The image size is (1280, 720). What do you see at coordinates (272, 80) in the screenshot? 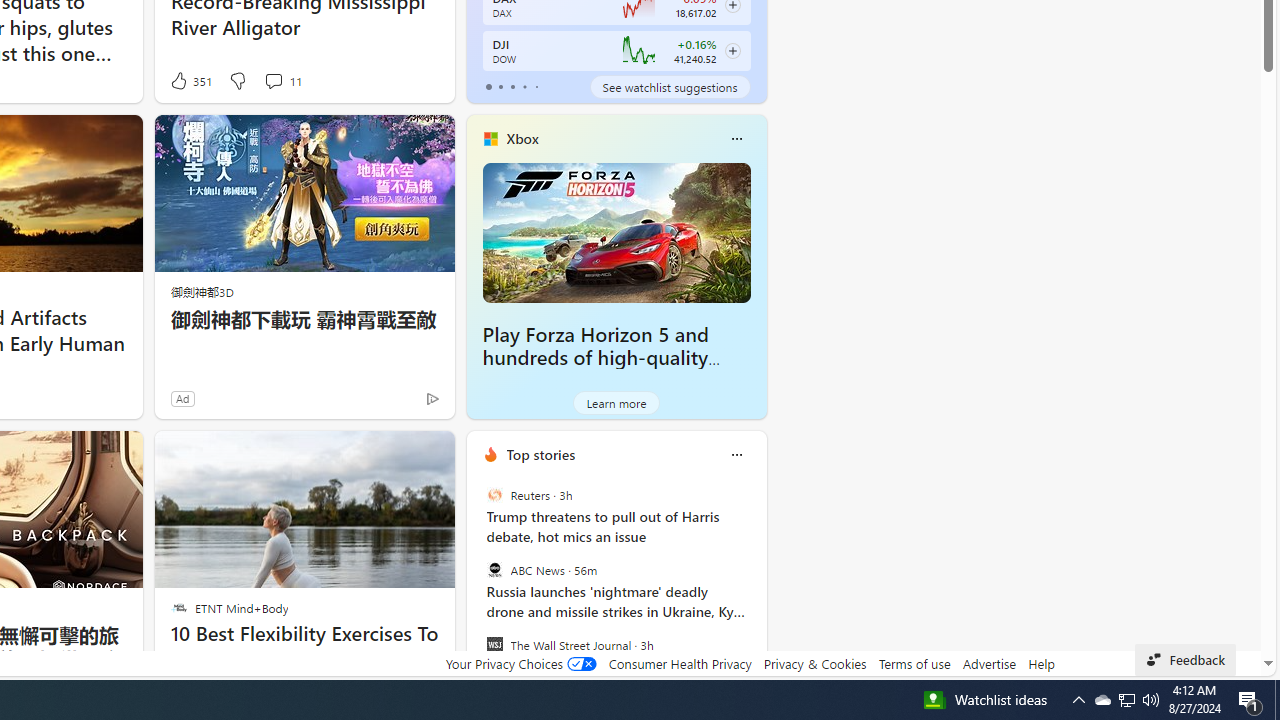
I see `'View comments 11 Comment'` at bounding box center [272, 80].